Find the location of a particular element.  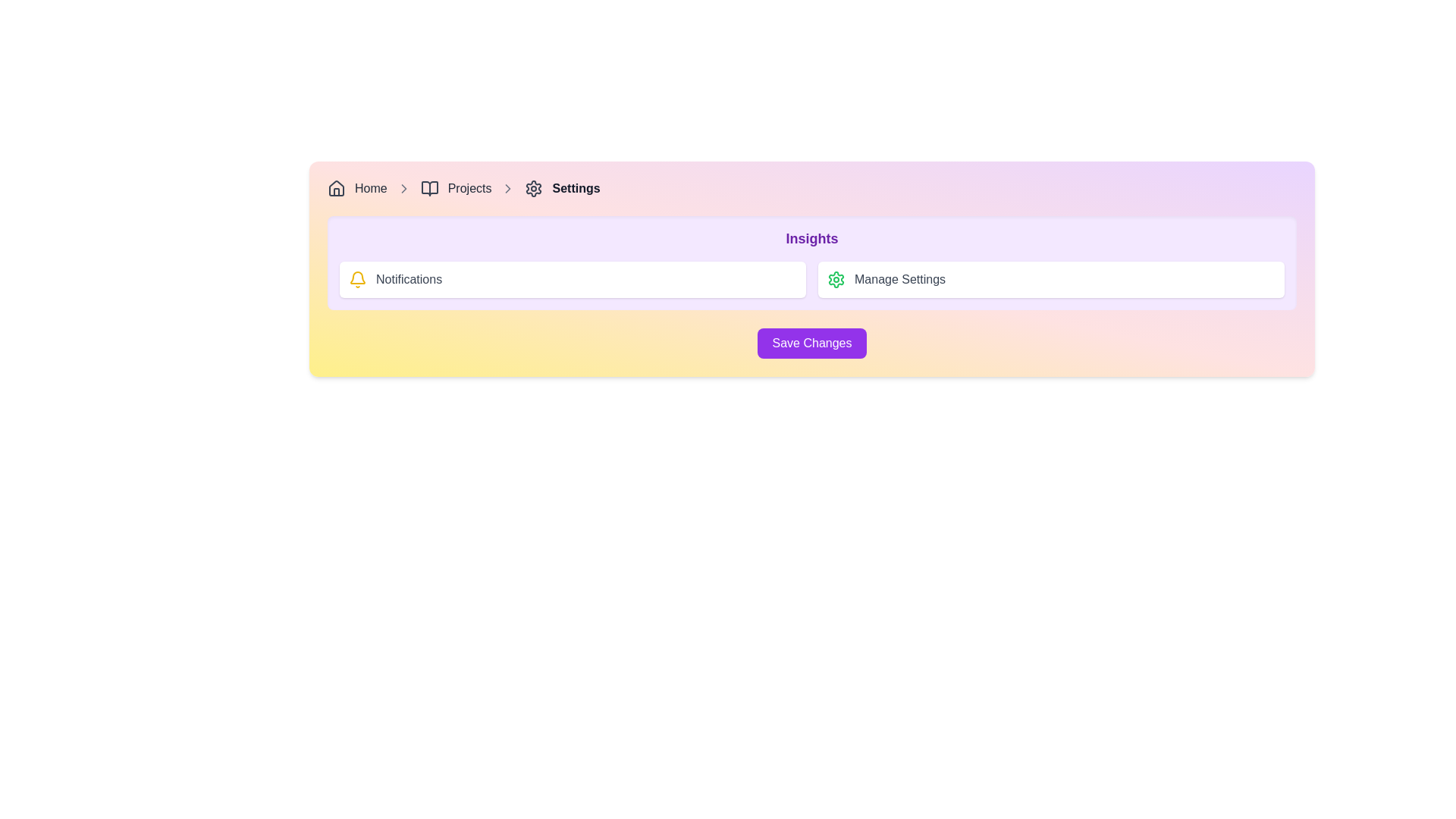

the house icon in the breadcrumb navigation located at the top left of the interface is located at coordinates (336, 187).